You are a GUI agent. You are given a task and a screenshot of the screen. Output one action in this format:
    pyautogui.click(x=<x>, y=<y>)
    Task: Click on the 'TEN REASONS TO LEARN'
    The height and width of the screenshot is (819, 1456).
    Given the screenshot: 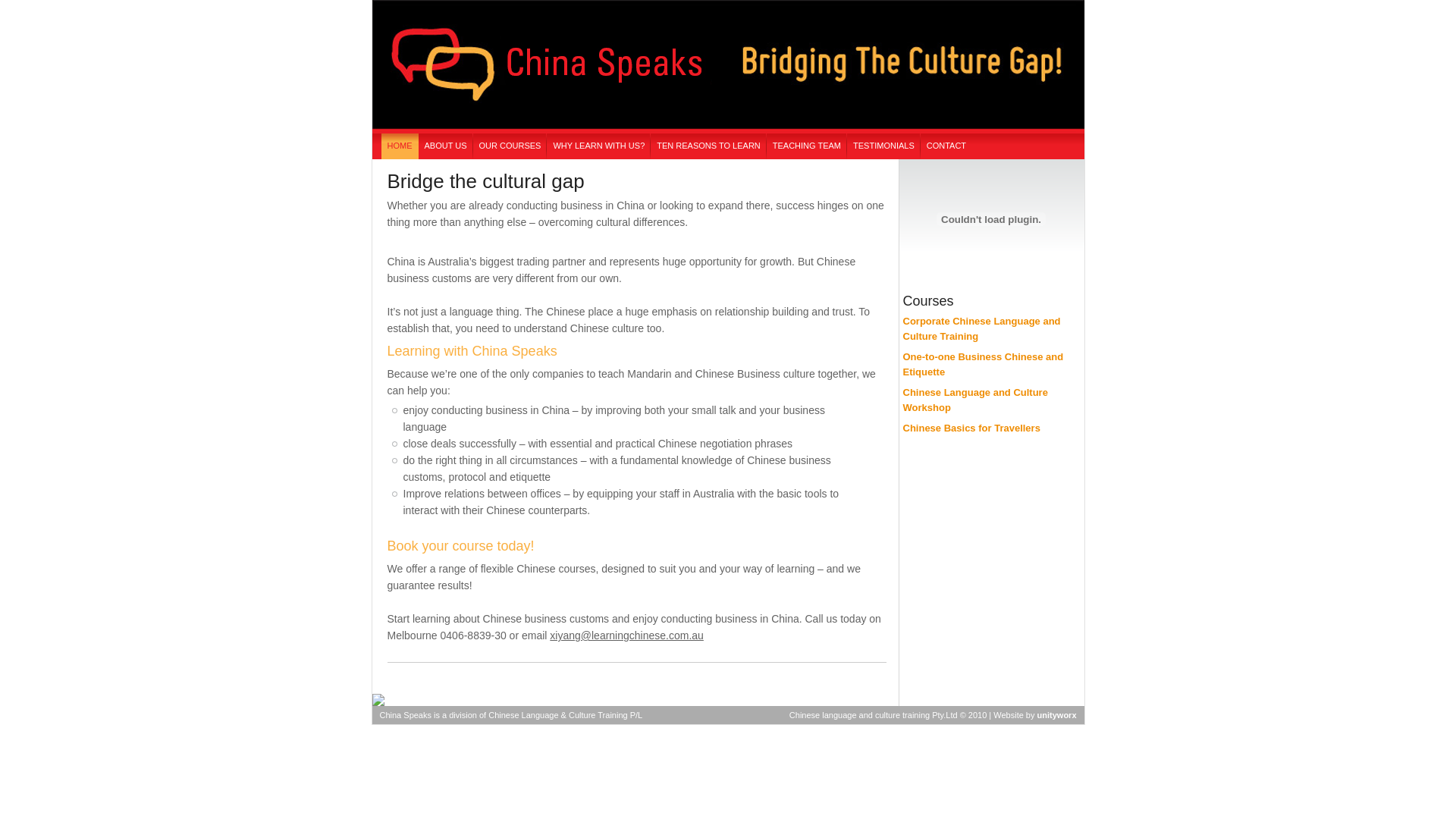 What is the action you would take?
    pyautogui.click(x=651, y=146)
    